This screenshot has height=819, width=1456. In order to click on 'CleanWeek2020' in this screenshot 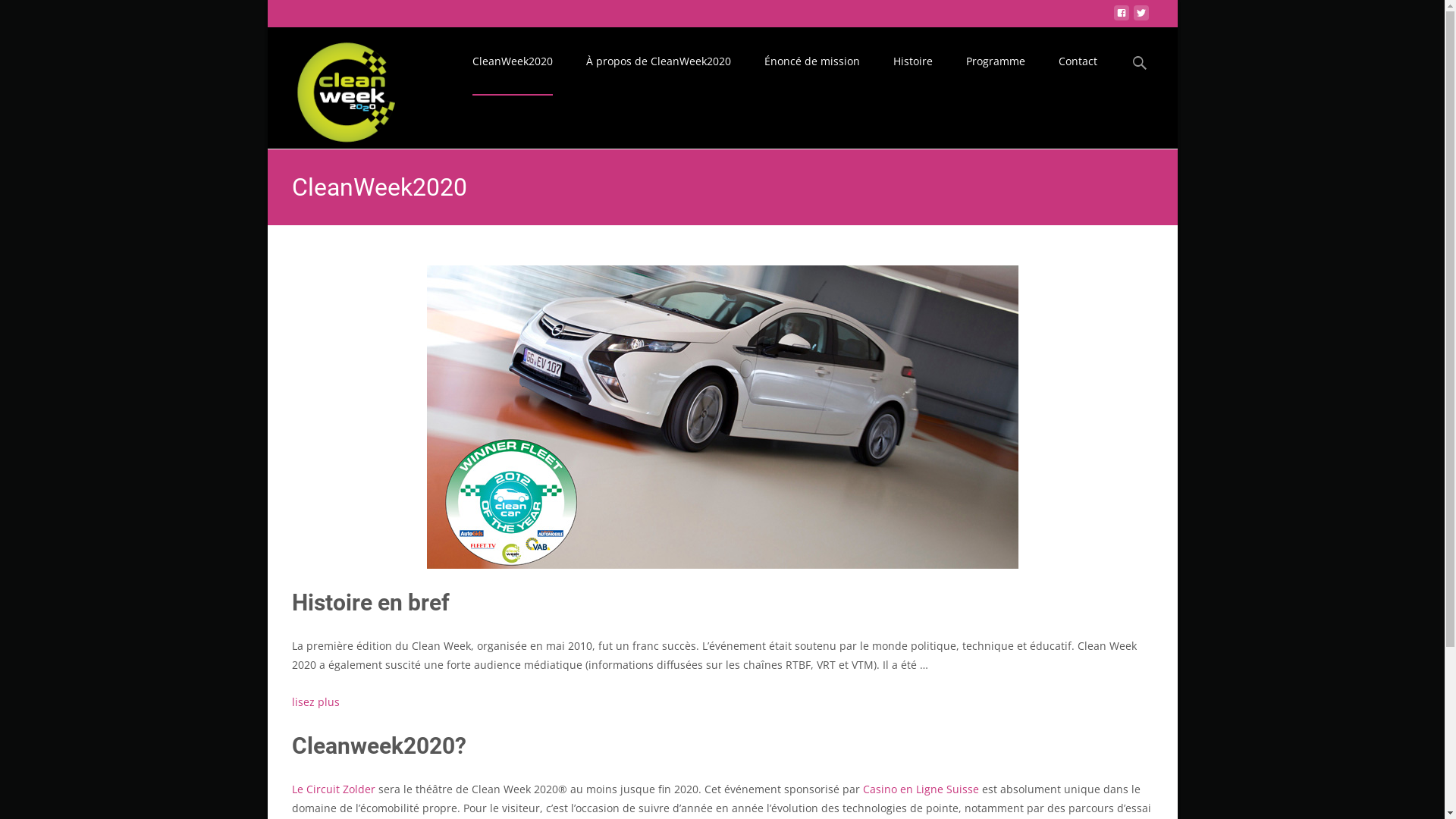, I will do `click(334, 87)`.